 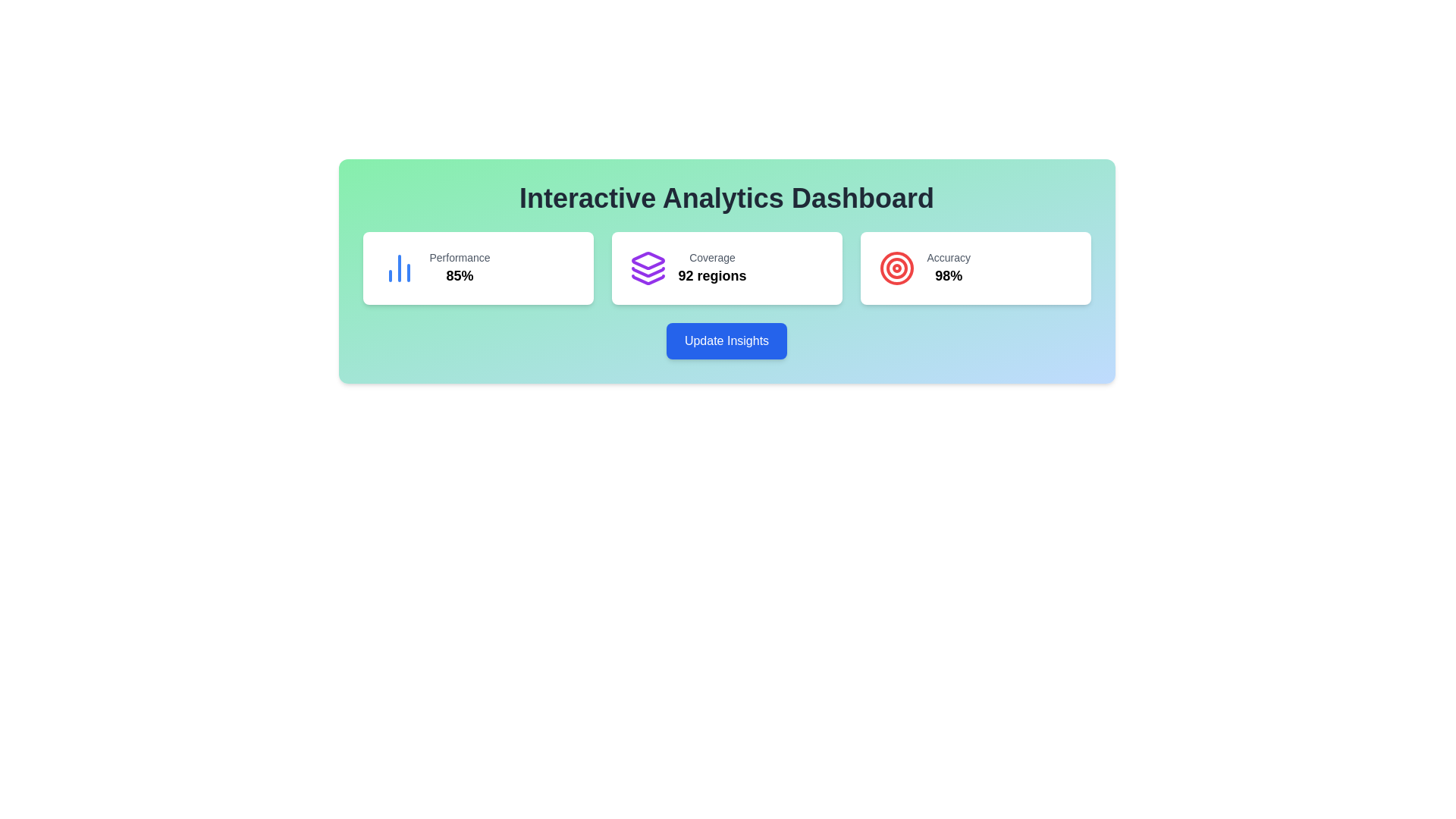 I want to click on the Decorative icon (SVG shape) representing a target in the Accuracy card on the rightmost side of the dashboard, so click(x=896, y=268).